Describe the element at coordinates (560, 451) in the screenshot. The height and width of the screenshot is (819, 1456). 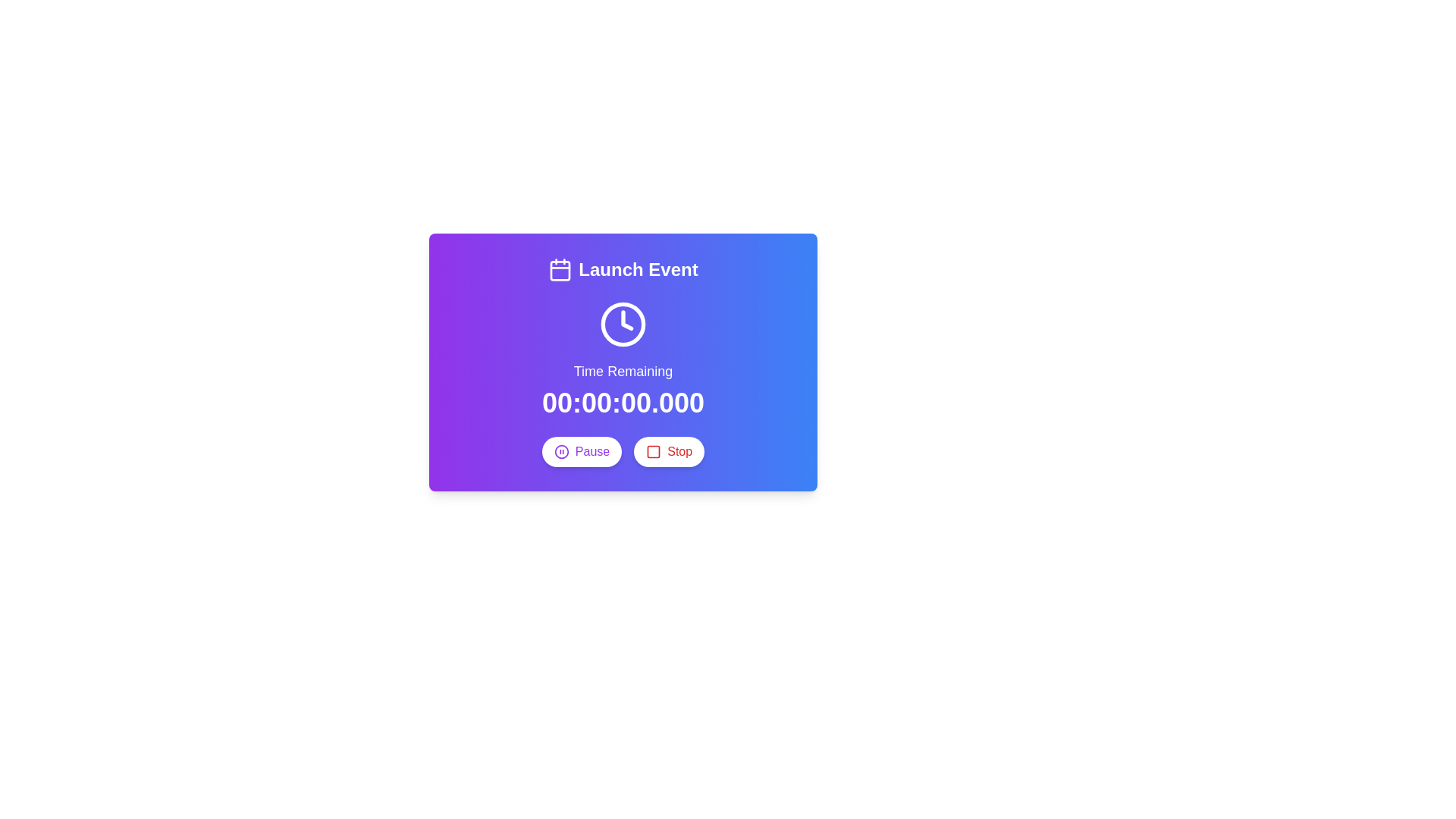
I see `the SVG Circle element that serves as the background for the 'Pause' icon, located within the purple-to-blue gradient background of the card interface` at that location.